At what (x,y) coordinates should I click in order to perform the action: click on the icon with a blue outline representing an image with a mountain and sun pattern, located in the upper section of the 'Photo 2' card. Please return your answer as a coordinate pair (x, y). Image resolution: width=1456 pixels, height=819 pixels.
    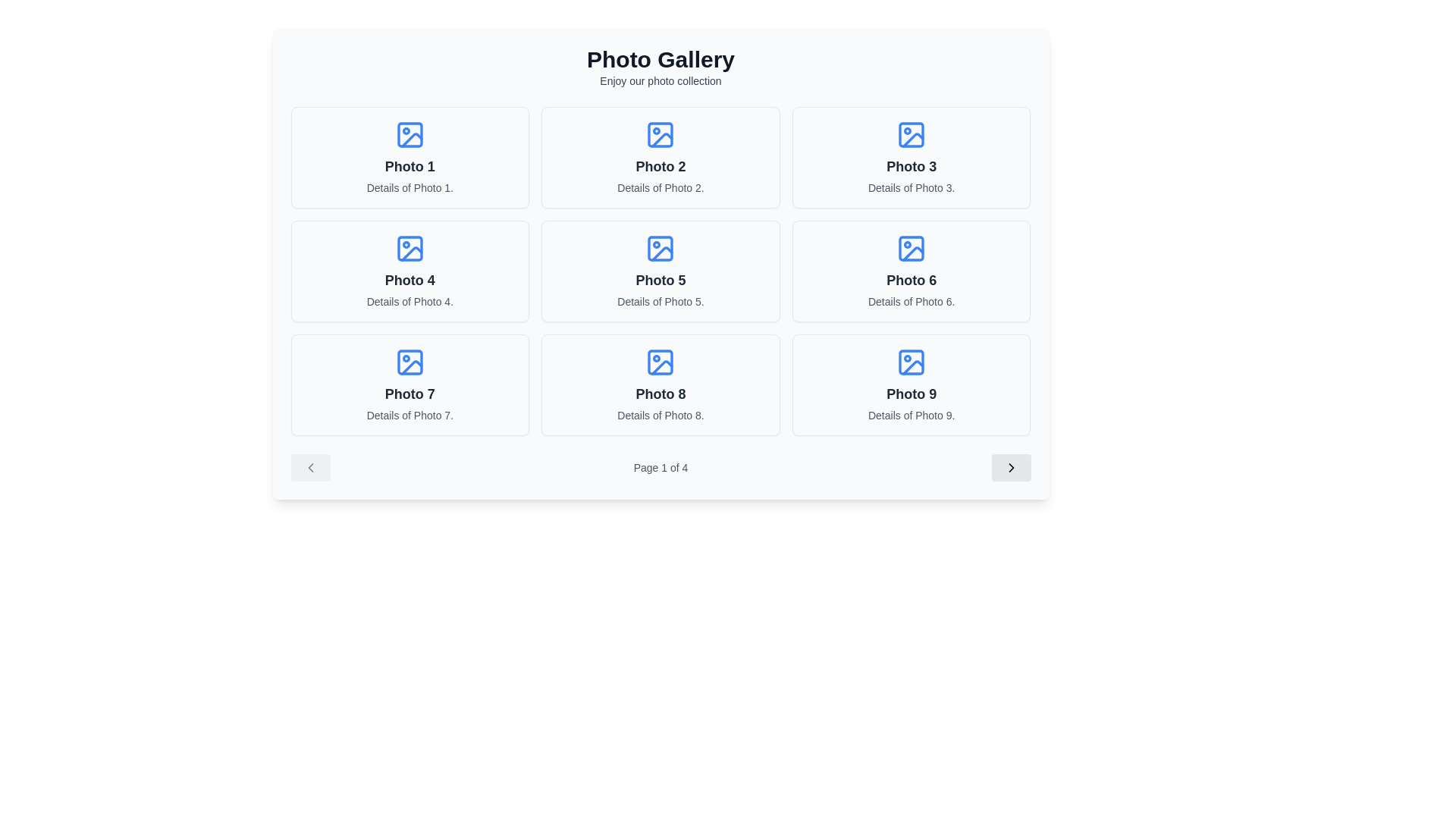
    Looking at the image, I should click on (661, 133).